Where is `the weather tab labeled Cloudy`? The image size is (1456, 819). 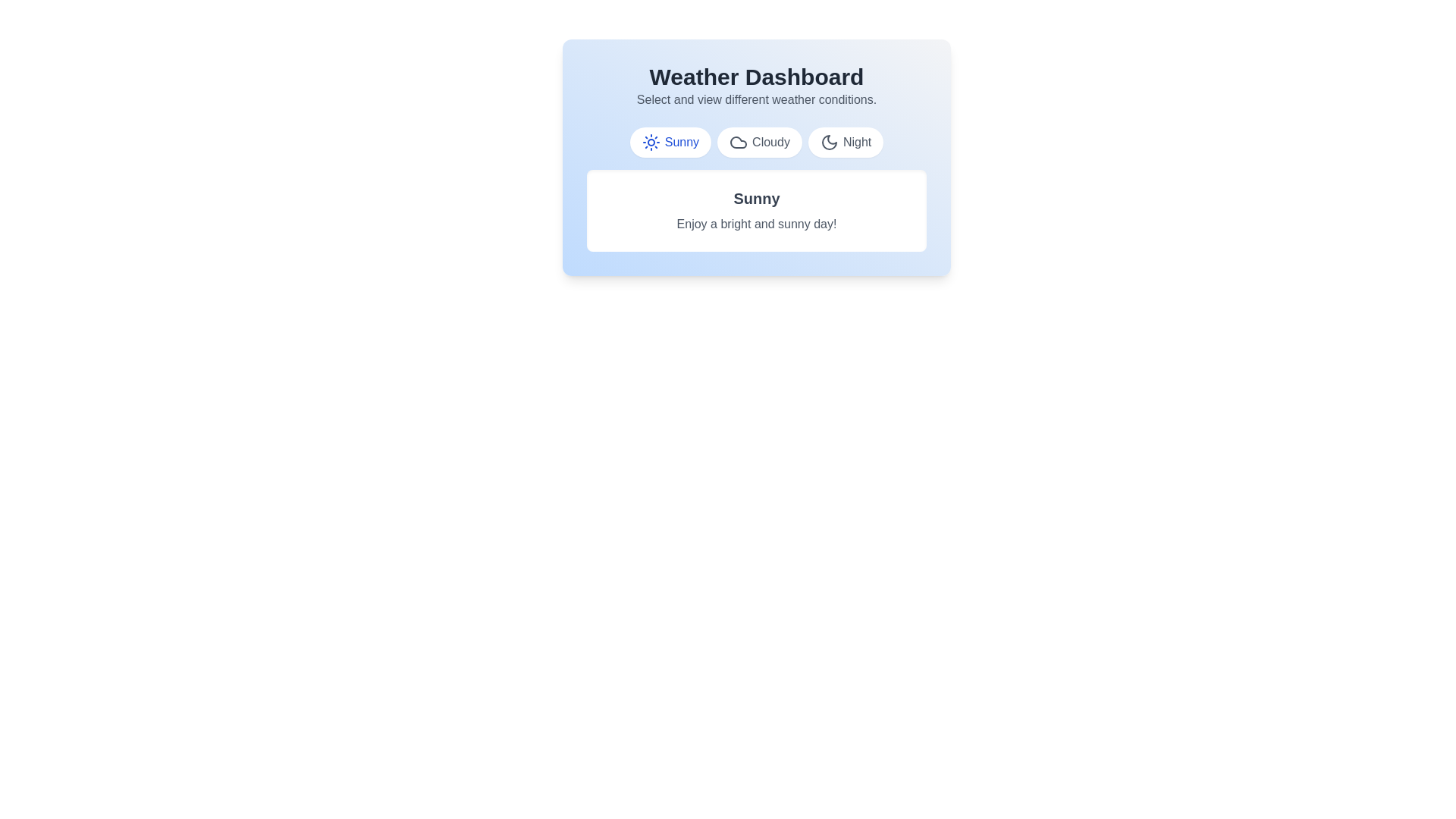
the weather tab labeled Cloudy is located at coordinates (760, 143).